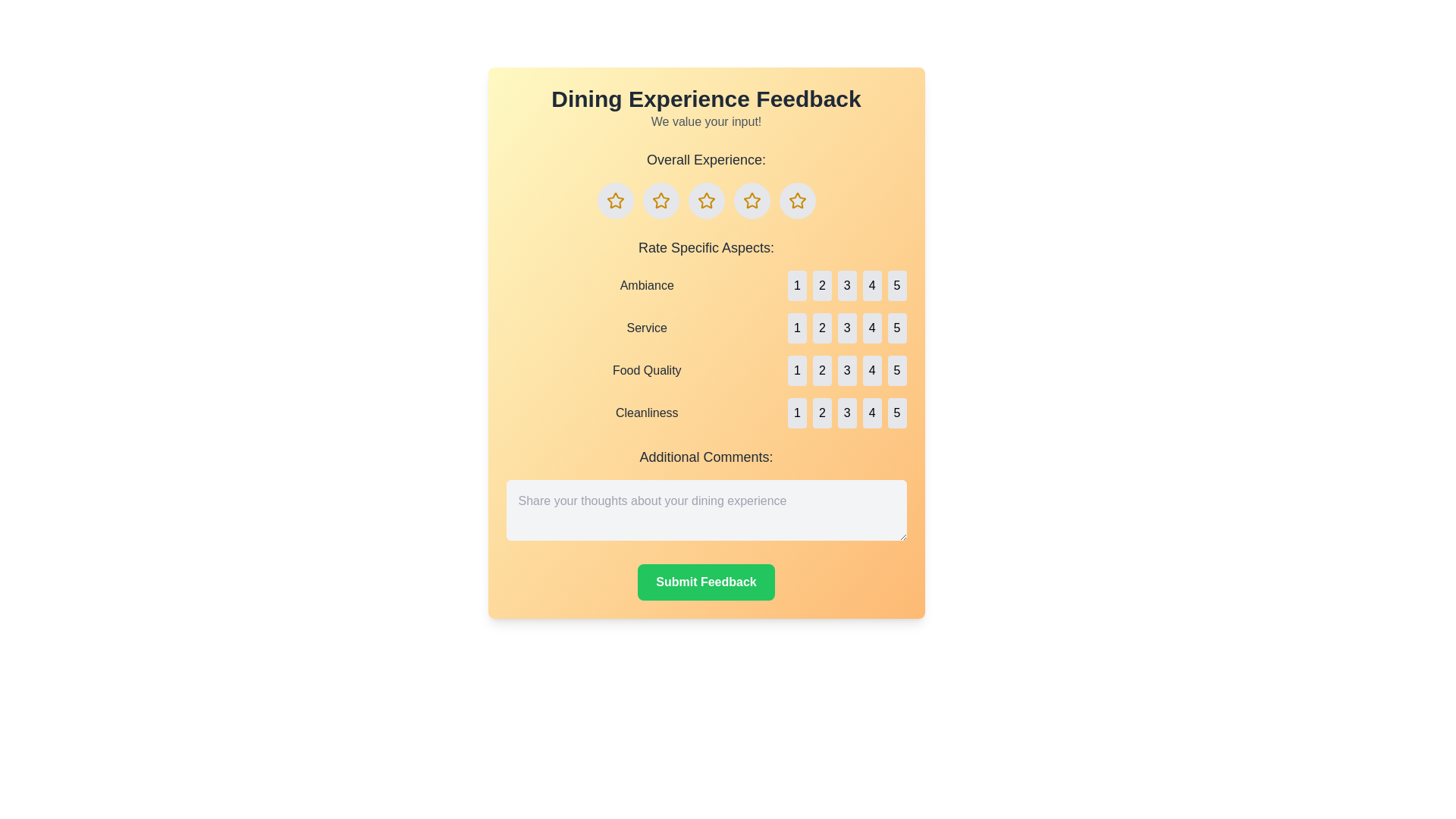 This screenshot has height=819, width=1456. Describe the element at coordinates (872, 286) in the screenshot. I see `the rectangular button displaying the number '4' with a light gray background` at that location.